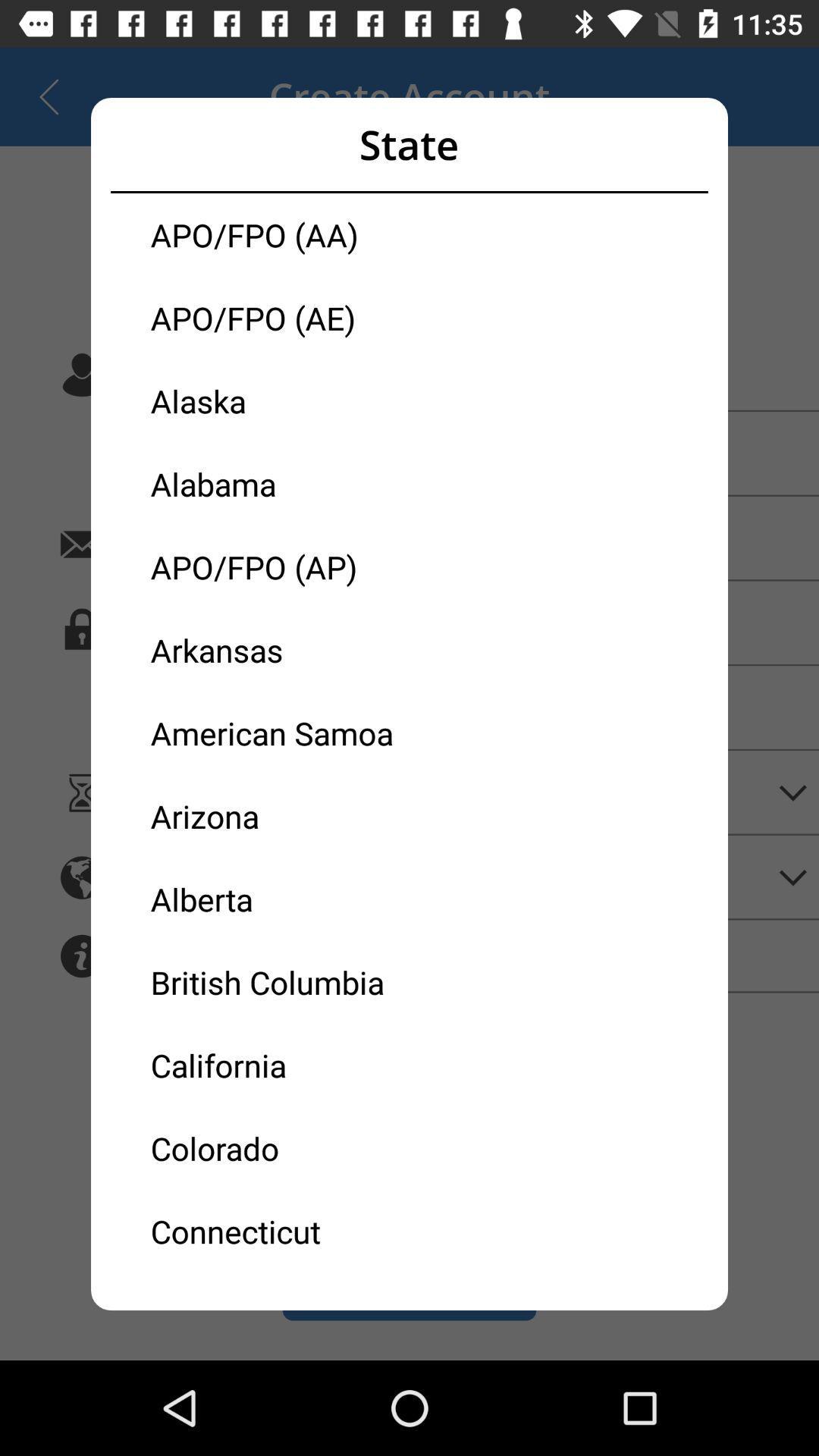 The height and width of the screenshot is (1456, 819). I want to click on the icon below arizona item, so click(280, 899).